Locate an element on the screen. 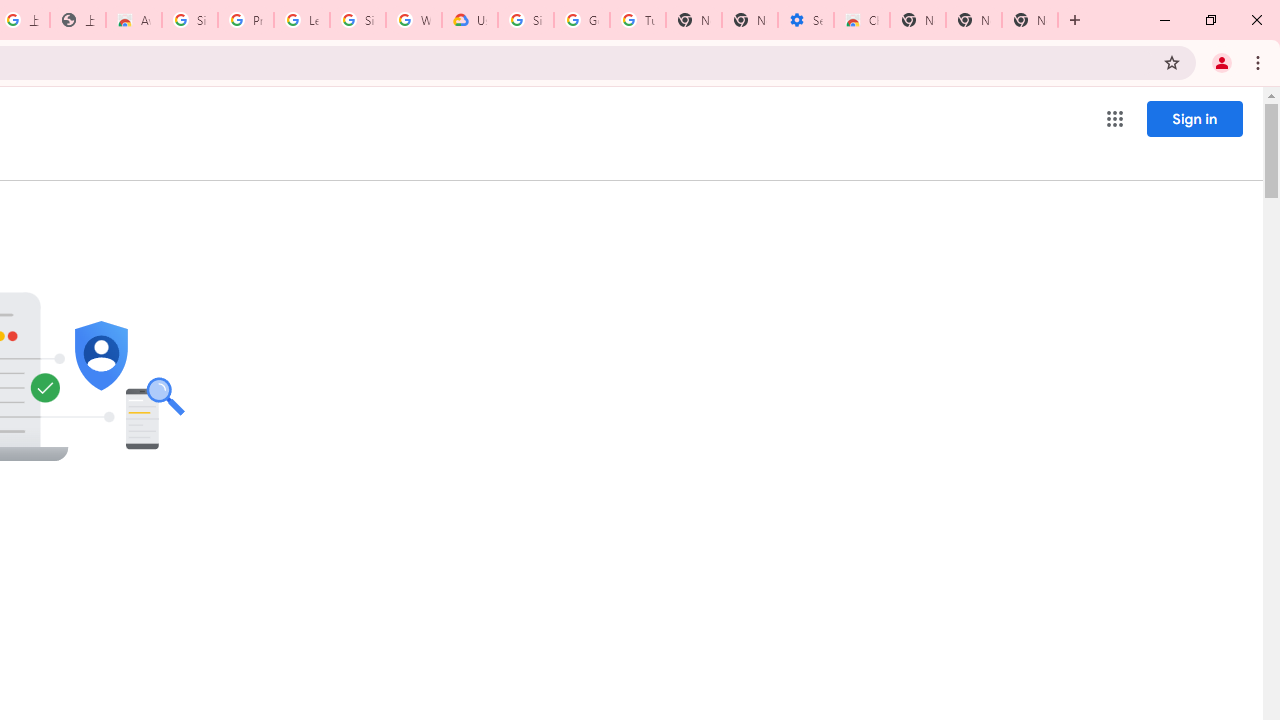 Image resolution: width=1280 pixels, height=720 pixels. 'Sign in - Google Accounts' is located at coordinates (526, 20).